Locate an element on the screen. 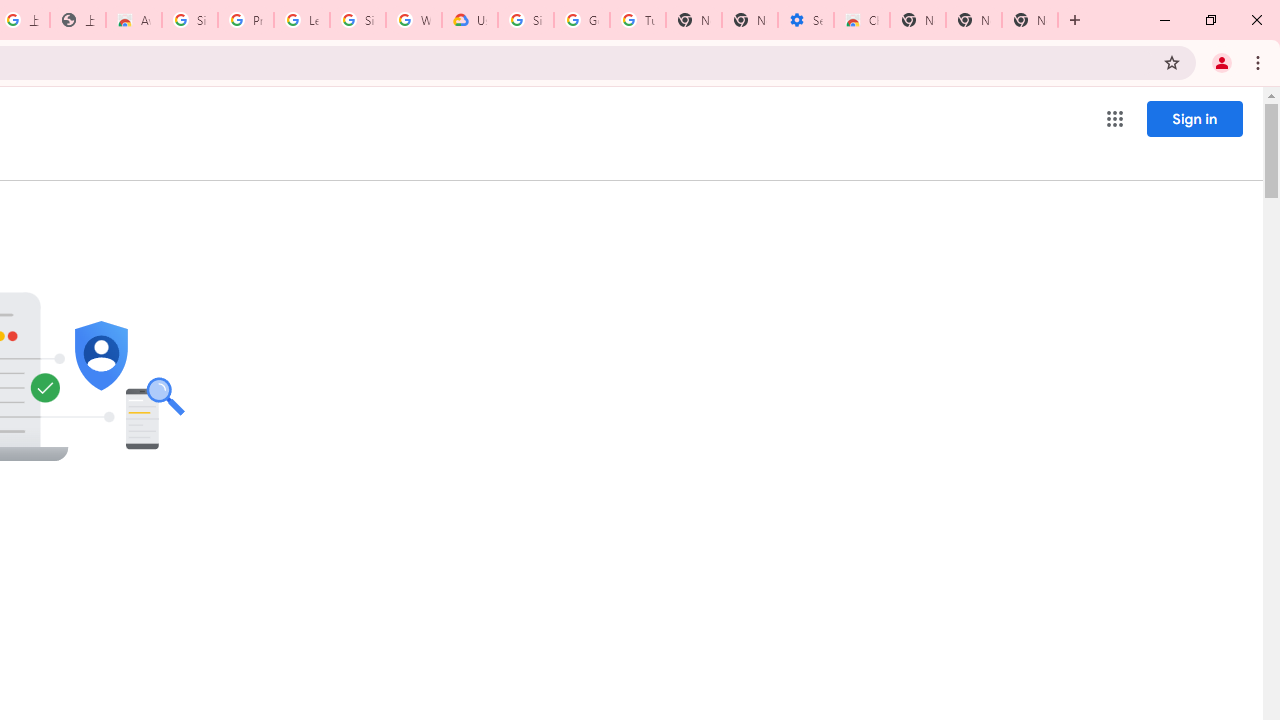 Image resolution: width=1280 pixels, height=720 pixels. 'Sign in - Google Accounts' is located at coordinates (526, 20).